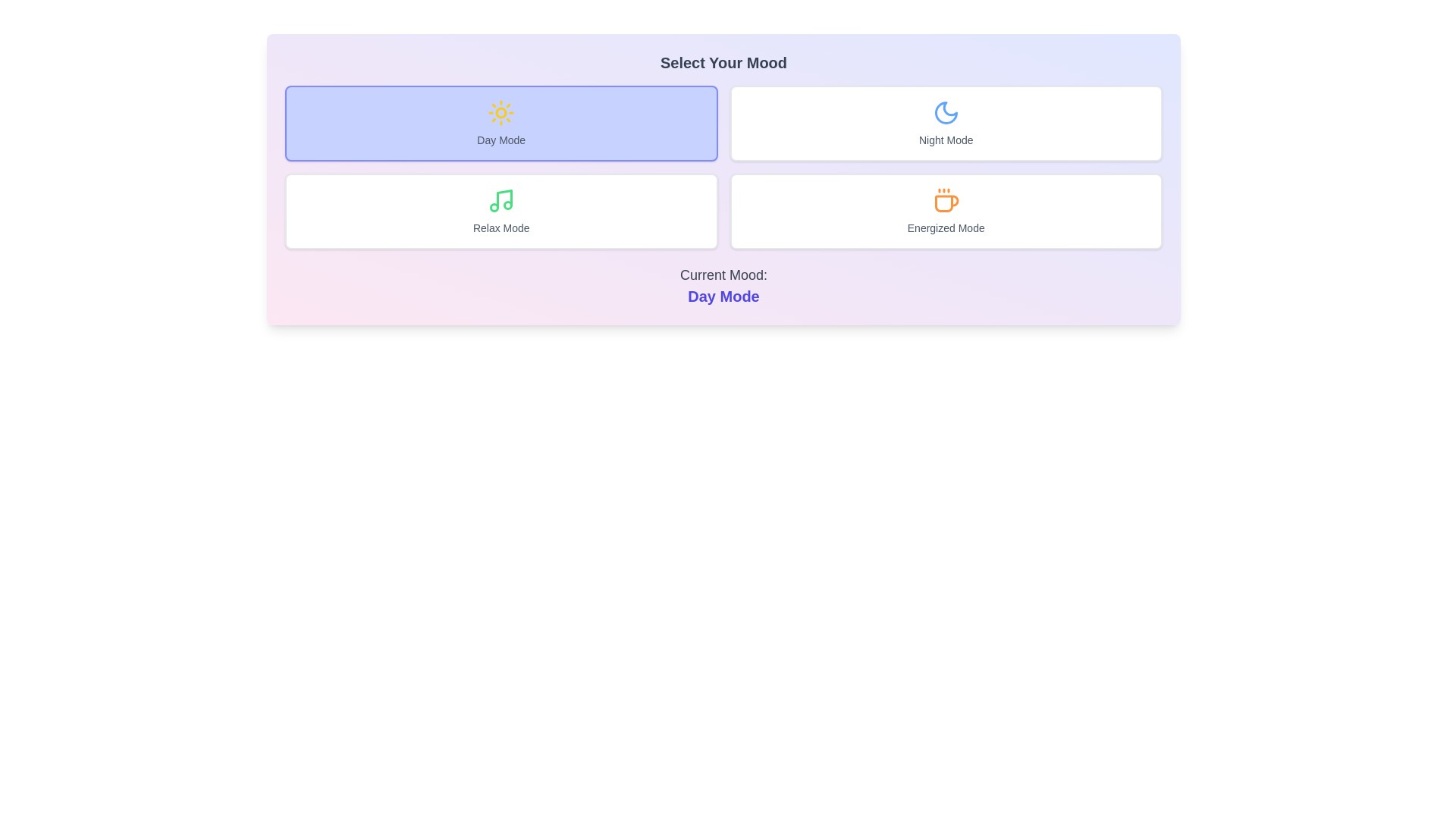 The image size is (1456, 819). Describe the element at coordinates (501, 211) in the screenshot. I see `the mood Relax Mode by clicking on its corresponding button` at that location.